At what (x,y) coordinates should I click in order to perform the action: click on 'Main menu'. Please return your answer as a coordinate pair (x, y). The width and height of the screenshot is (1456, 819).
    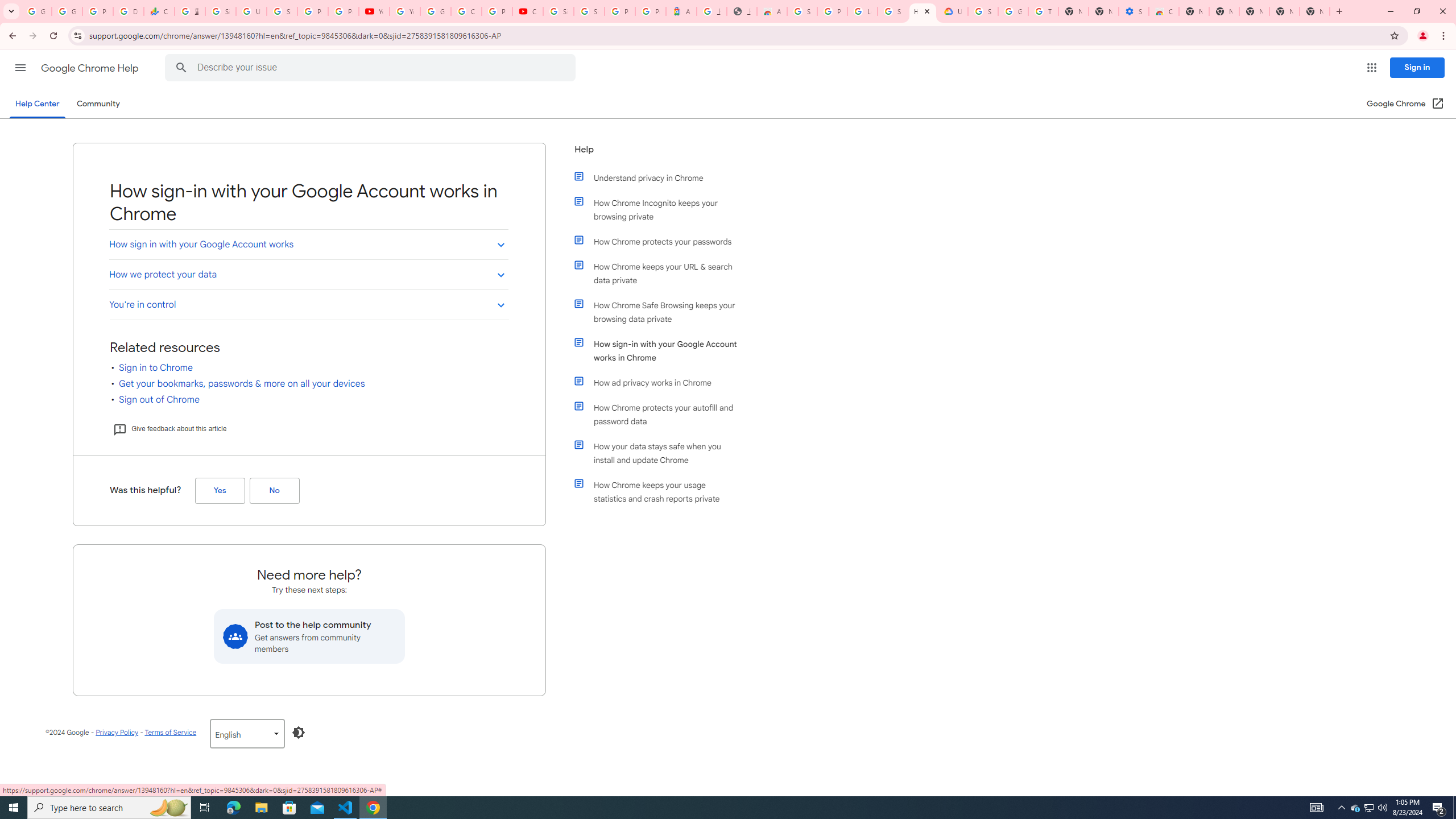
    Looking at the image, I should click on (19, 67).